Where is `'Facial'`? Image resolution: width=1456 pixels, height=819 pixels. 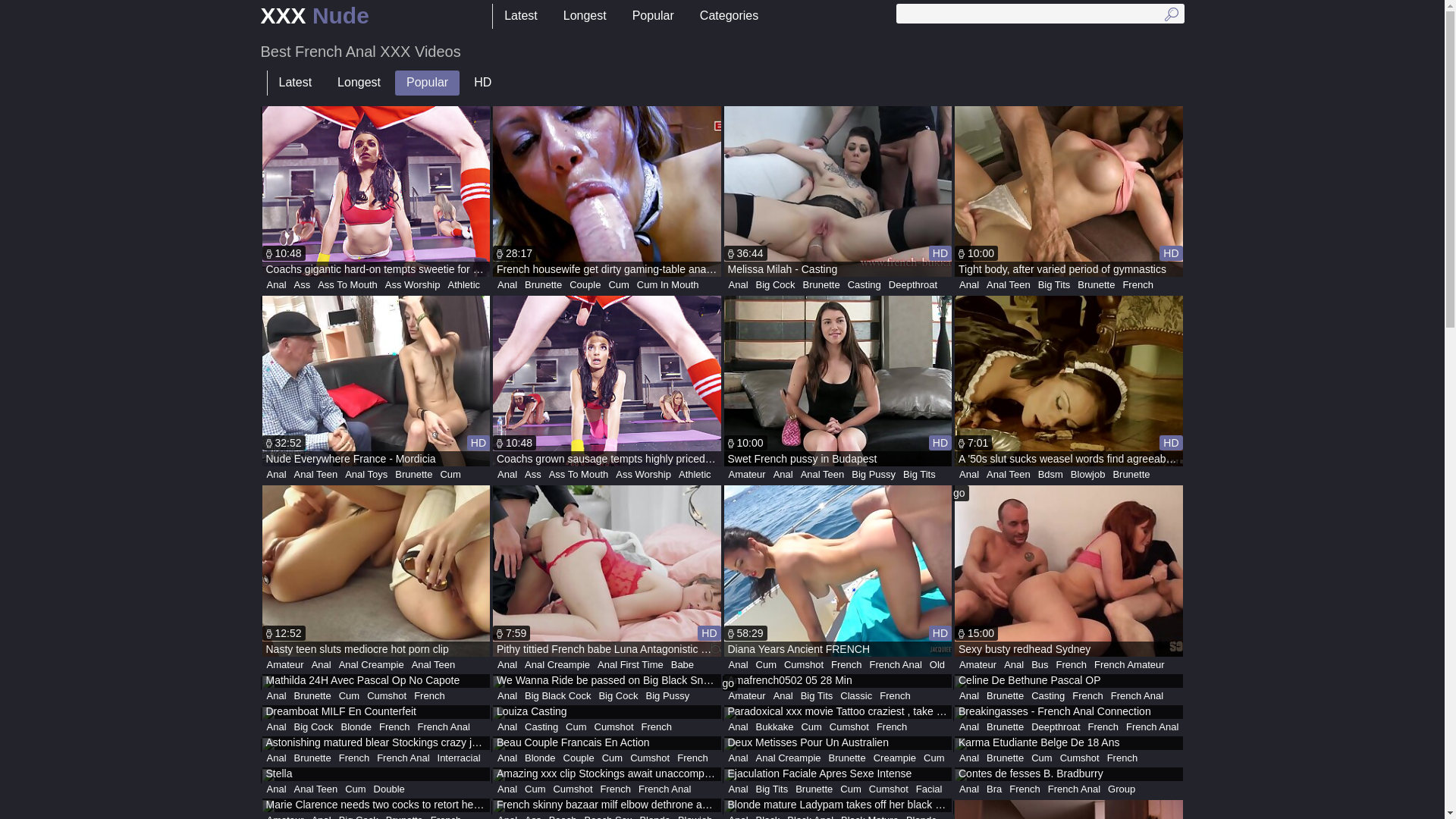
'Facial' is located at coordinates (912, 789).